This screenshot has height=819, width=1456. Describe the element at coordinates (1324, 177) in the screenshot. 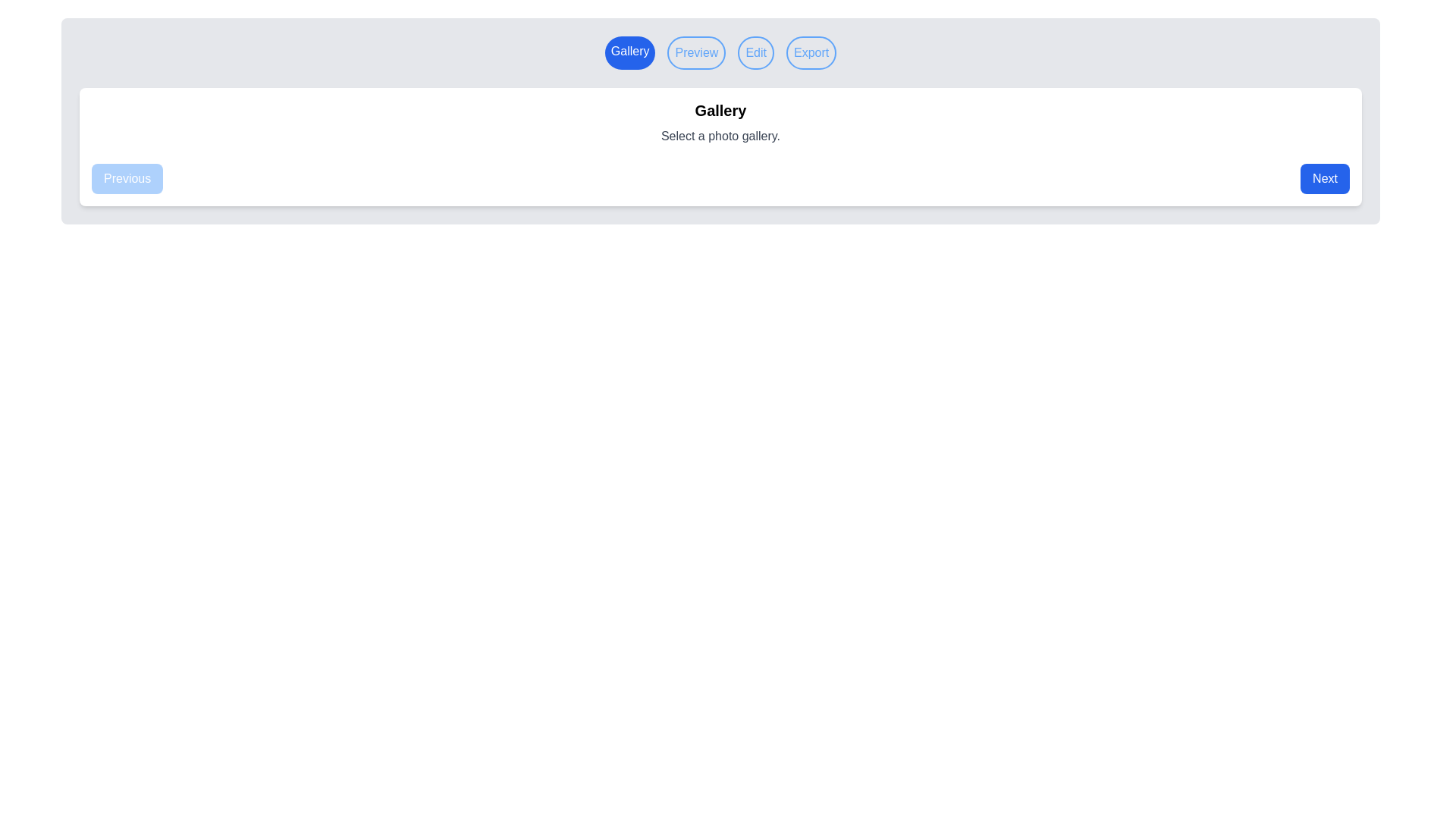

I see `the Next button to navigate to the Next step` at that location.